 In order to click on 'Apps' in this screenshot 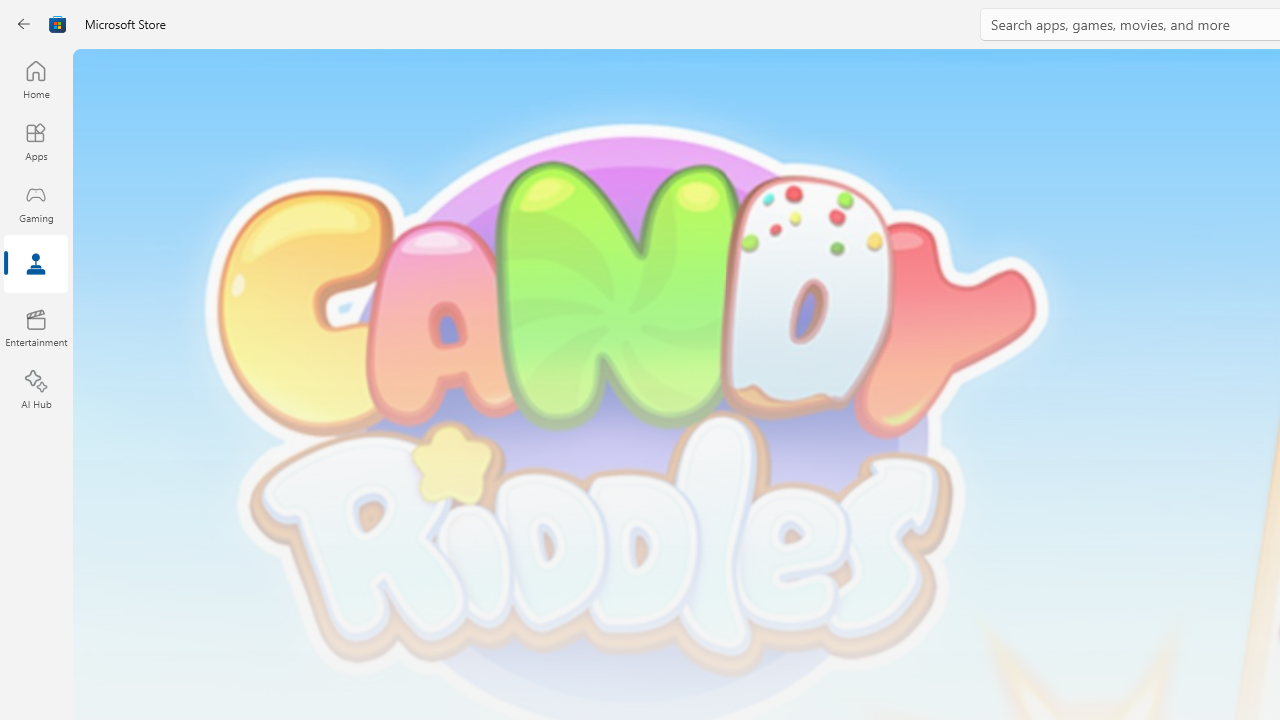, I will do `click(35, 140)`.